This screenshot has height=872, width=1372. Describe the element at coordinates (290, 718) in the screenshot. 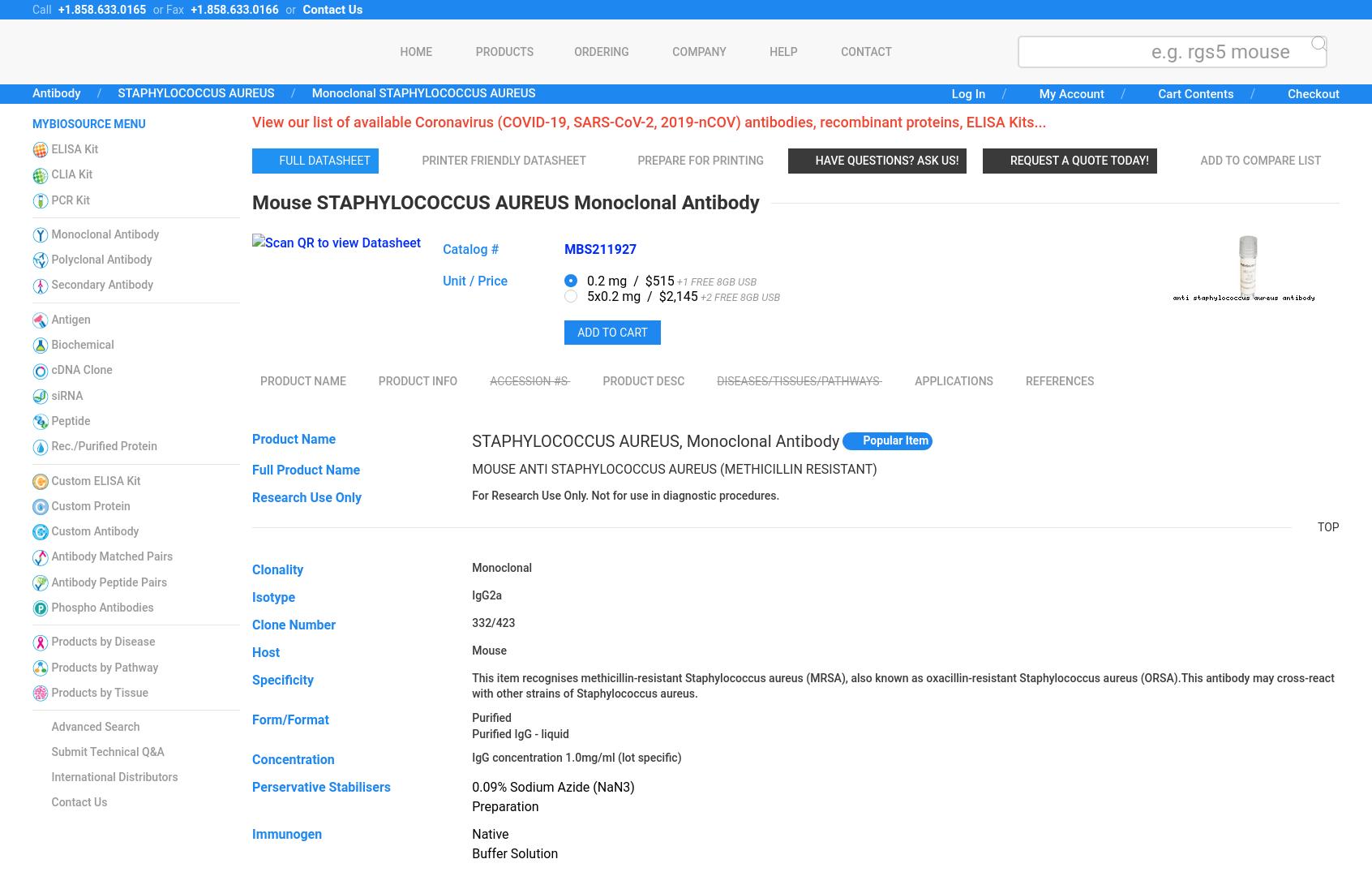

I see `'Form/Format'` at that location.